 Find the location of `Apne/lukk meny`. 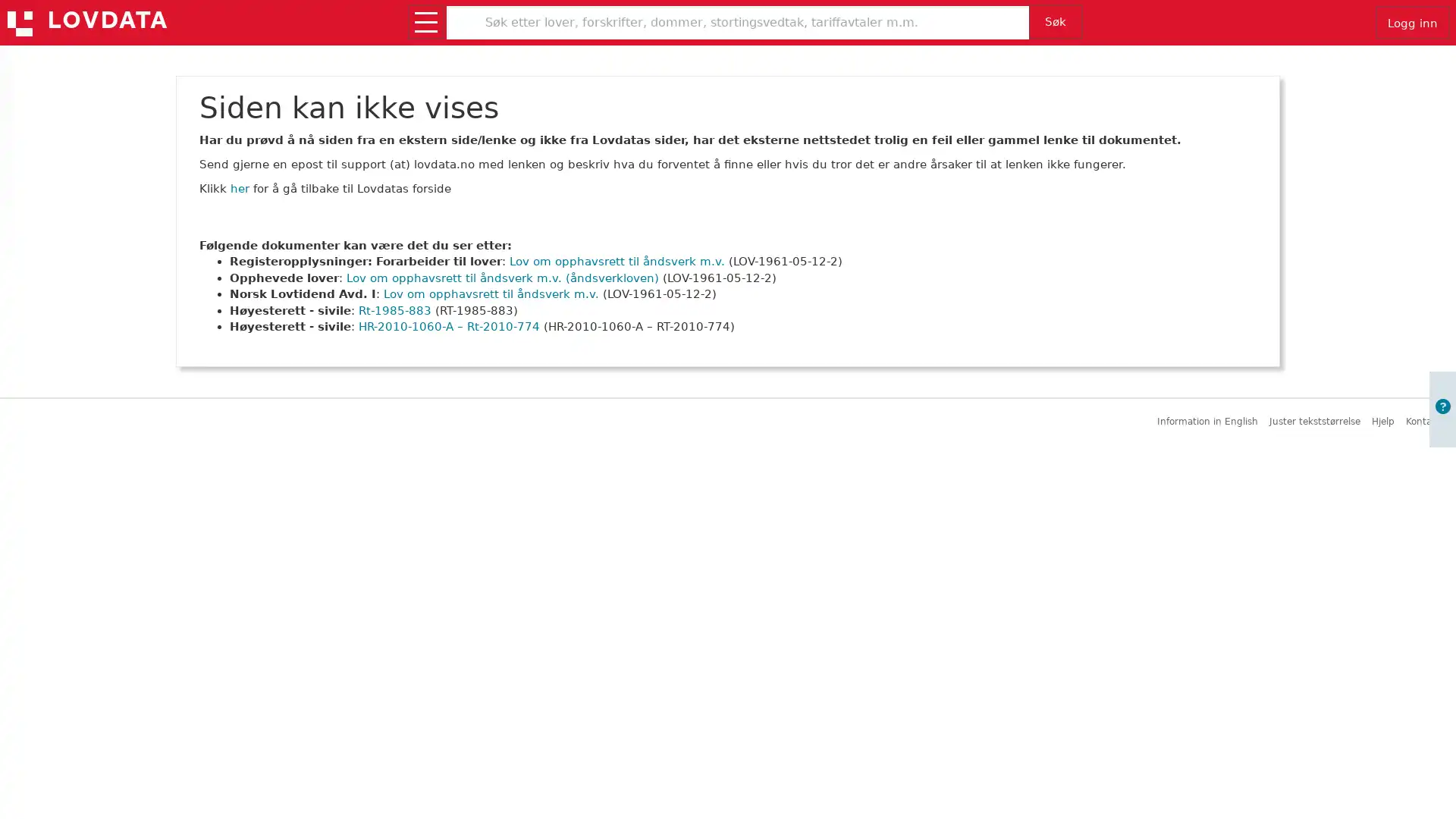

Apne/lukk meny is located at coordinates (425, 22).